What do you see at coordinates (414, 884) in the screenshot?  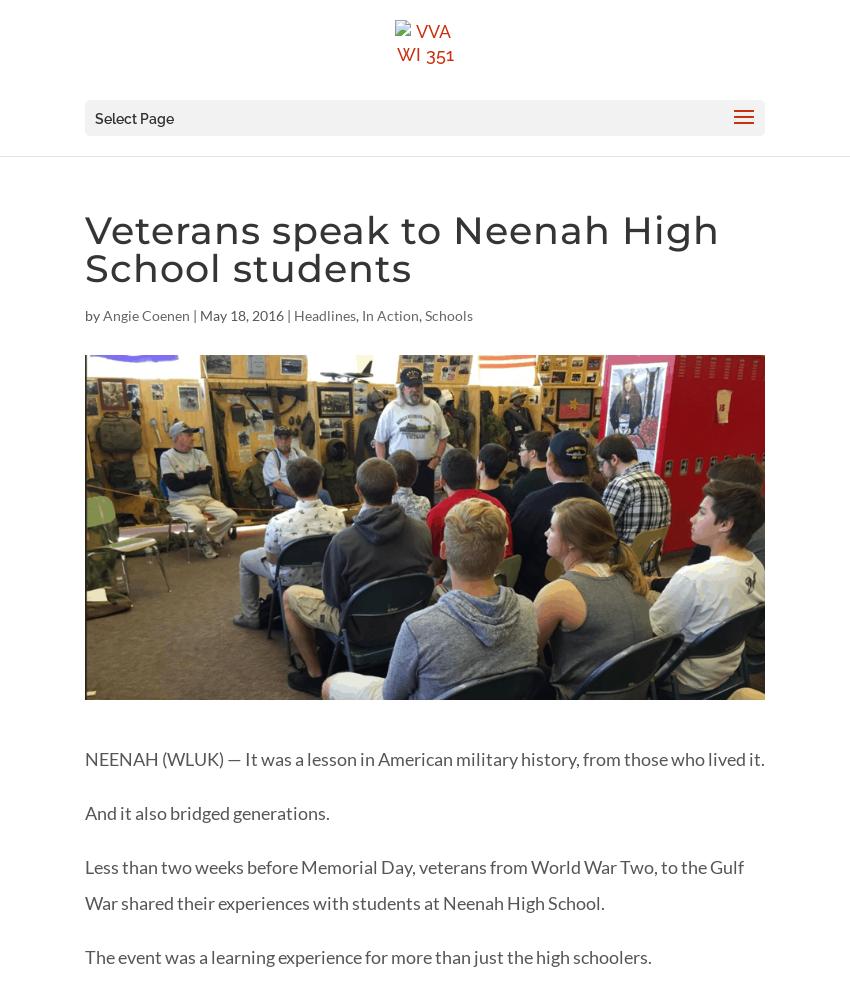 I see `'Less than two weeks before Memorial Day, veterans from World War Two, to the Gulf War shared their experiences with students at Neenah High School.'` at bounding box center [414, 884].